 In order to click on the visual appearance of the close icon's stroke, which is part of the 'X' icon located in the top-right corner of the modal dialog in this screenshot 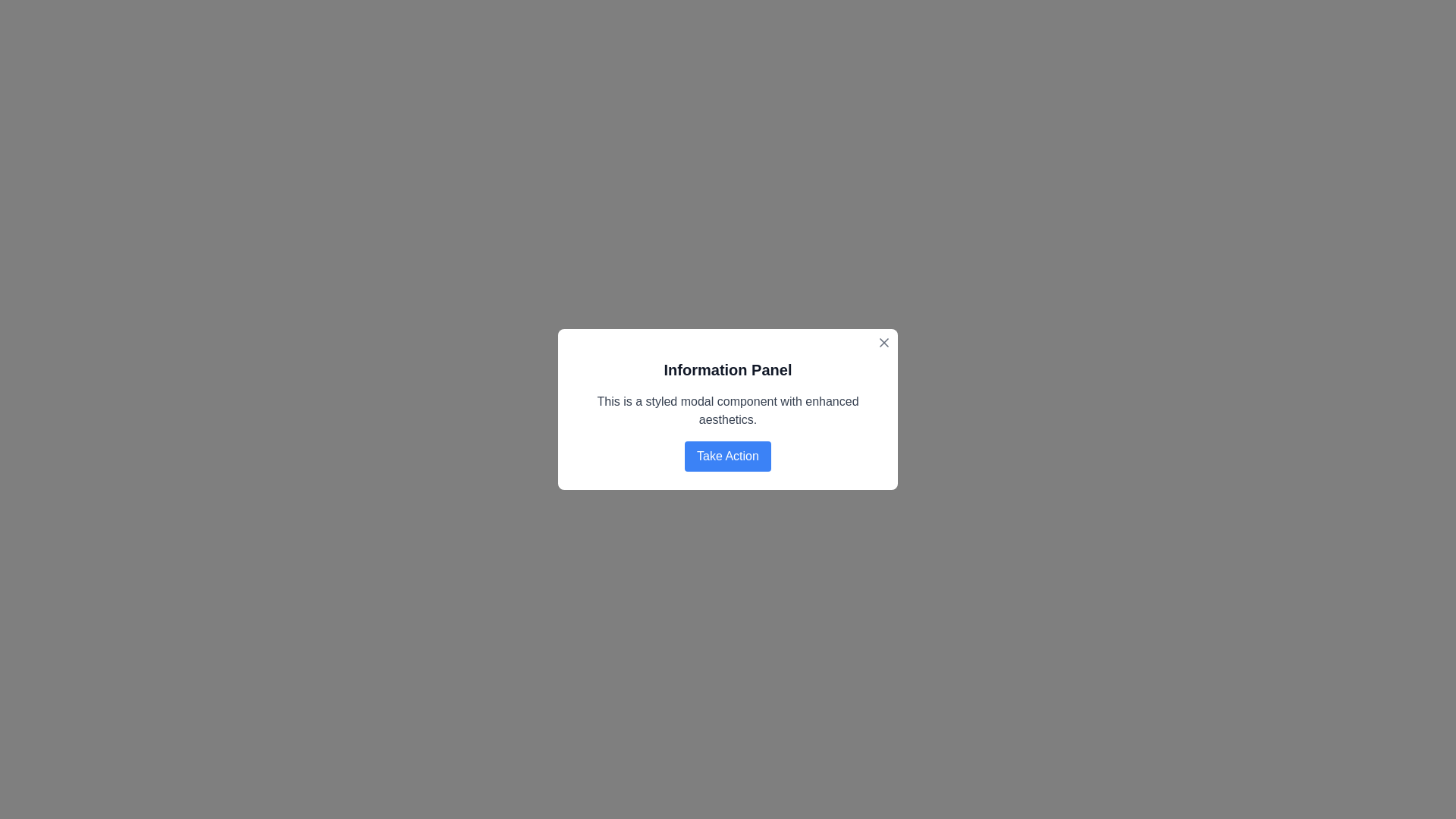, I will do `click(884, 342)`.